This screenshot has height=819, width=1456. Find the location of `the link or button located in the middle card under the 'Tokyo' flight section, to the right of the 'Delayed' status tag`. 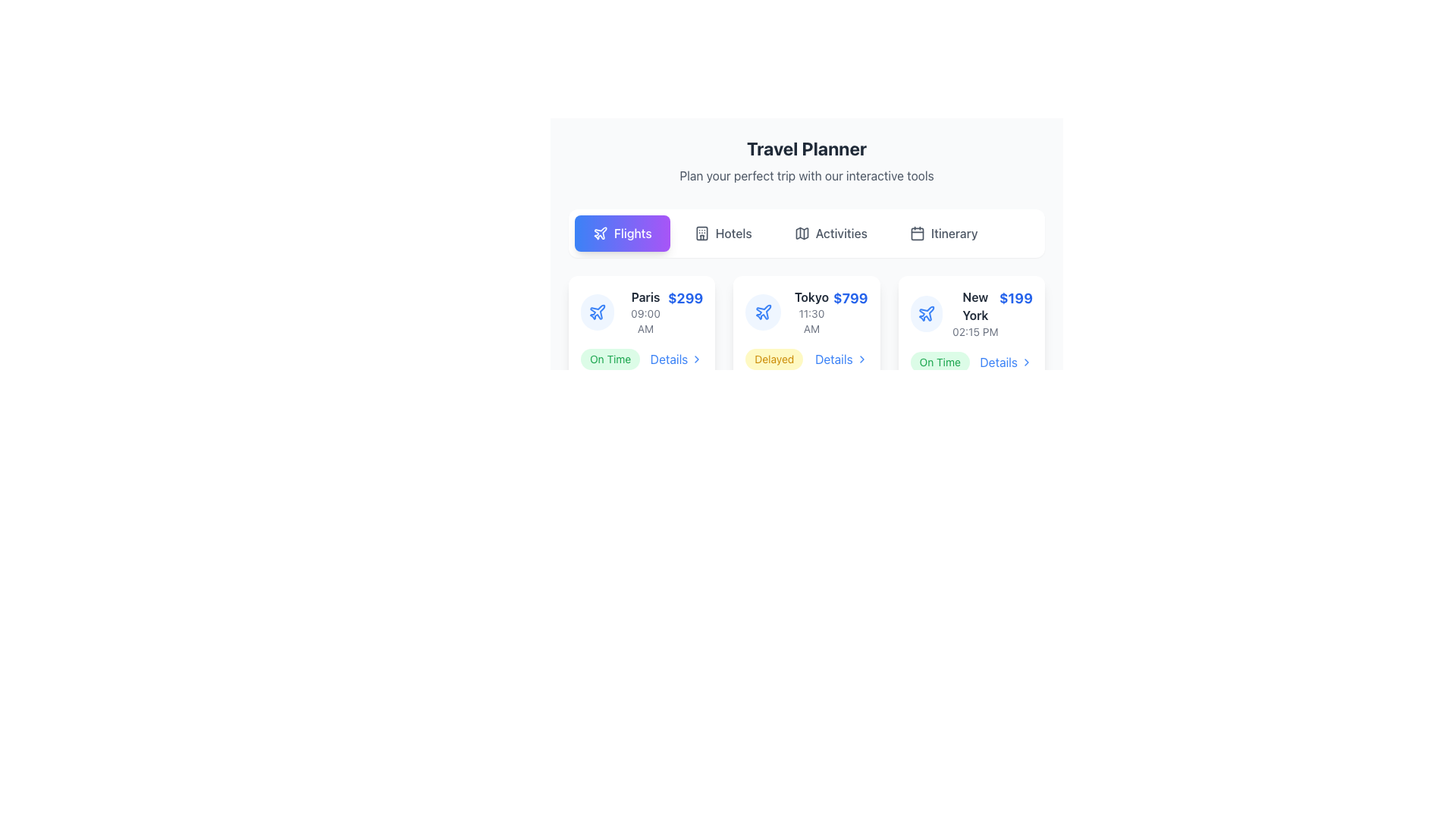

the link or button located in the middle card under the 'Tokyo' flight section, to the right of the 'Delayed' status tag is located at coordinates (840, 359).